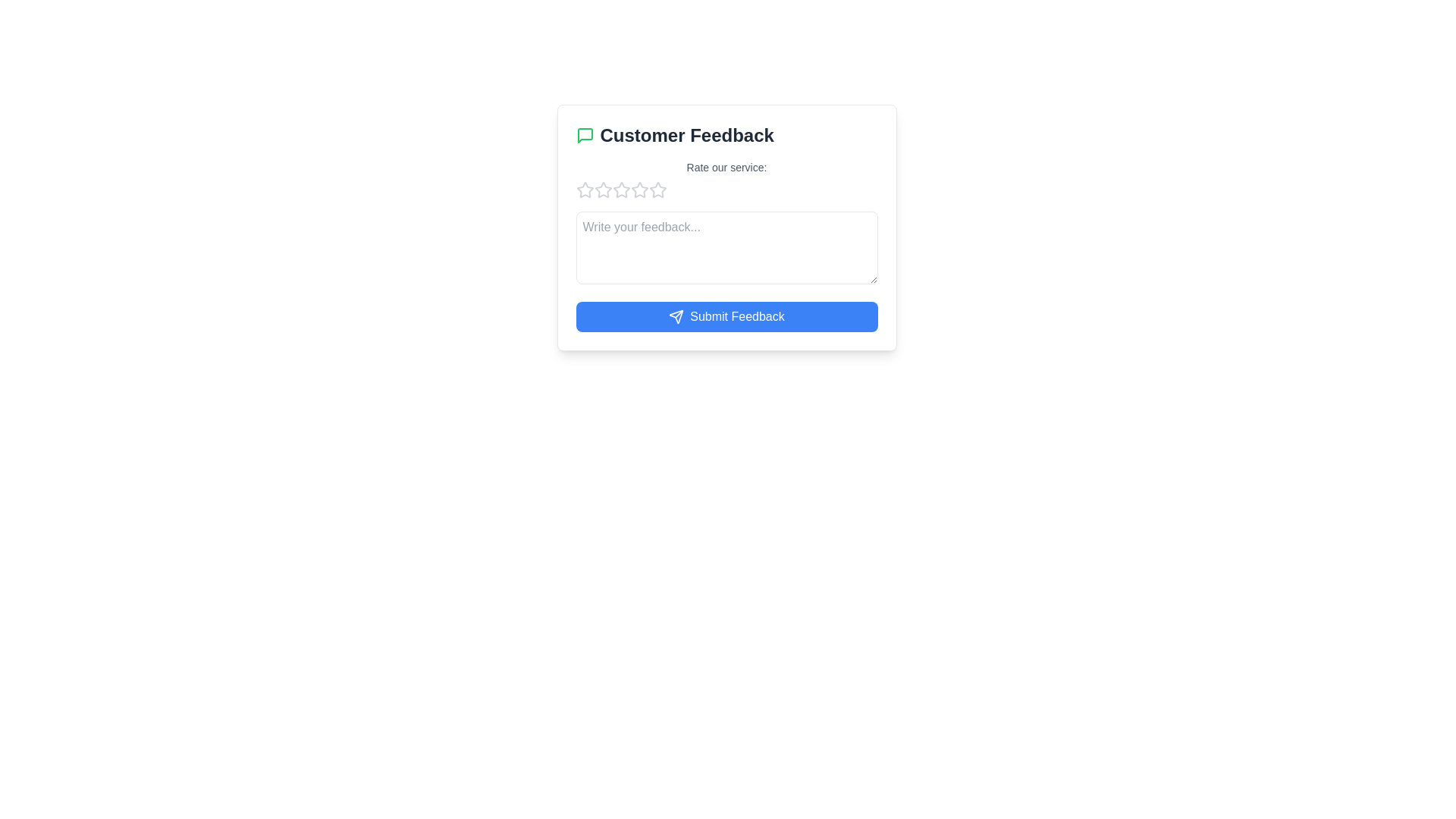  Describe the element at coordinates (584, 189) in the screenshot. I see `the first interactive rating star icon in the Customer Feedback form` at that location.